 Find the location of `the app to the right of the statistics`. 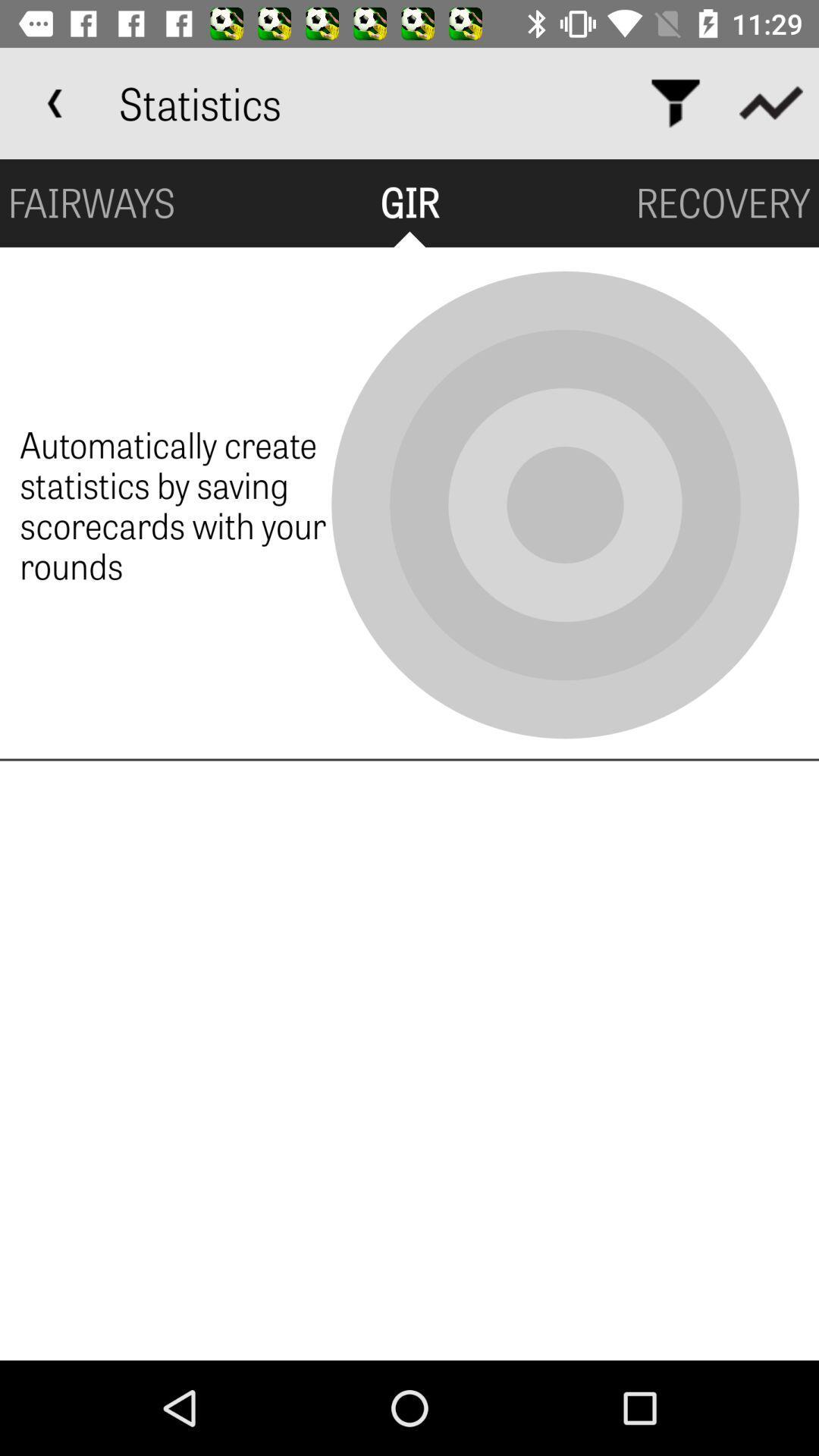

the app to the right of the statistics is located at coordinates (675, 102).